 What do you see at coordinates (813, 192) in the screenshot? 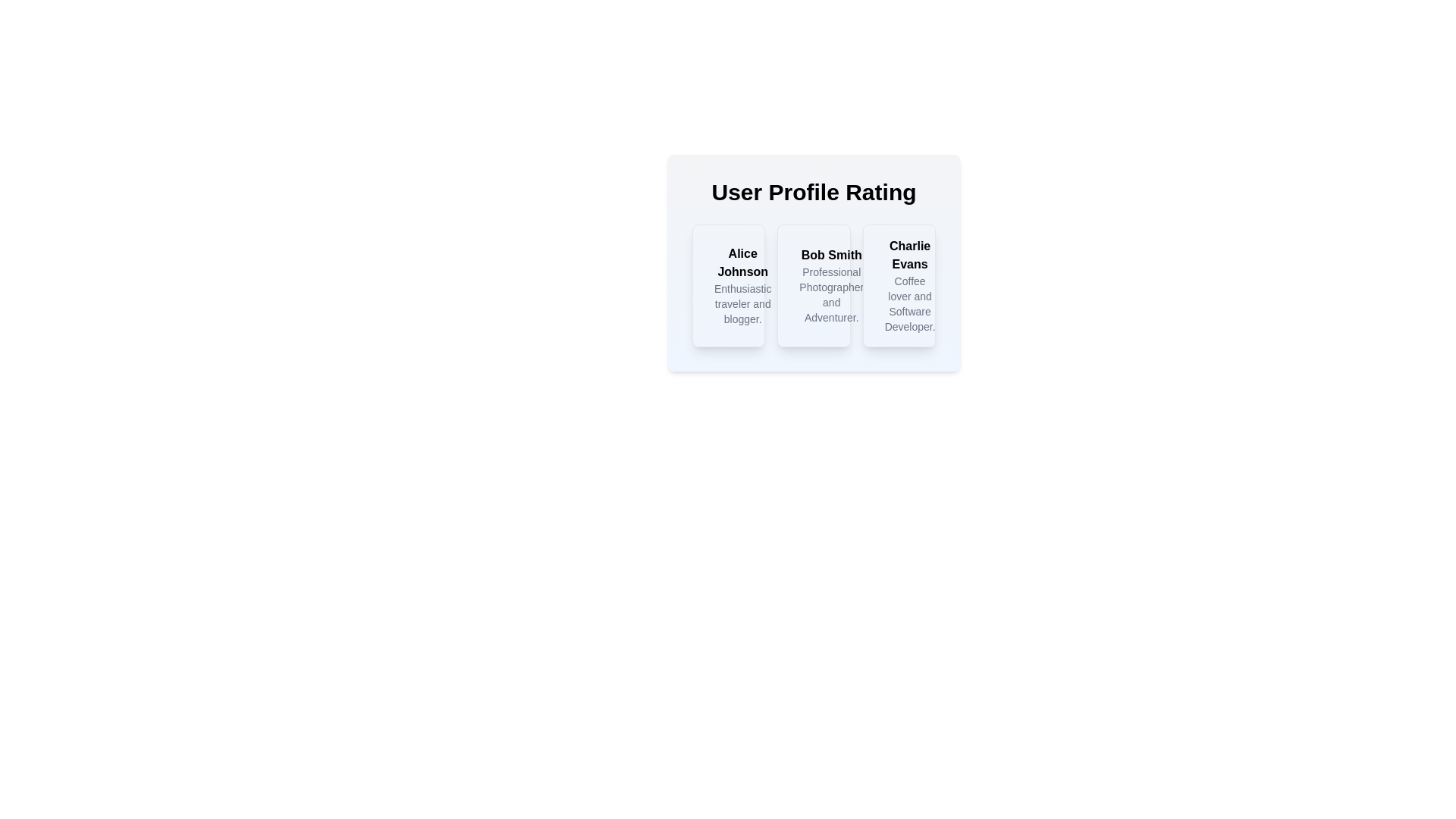
I see `the 'User Profile Rating' title, which is a bold, large-sized black text positioned at the top-center of the user profile card component` at bounding box center [813, 192].